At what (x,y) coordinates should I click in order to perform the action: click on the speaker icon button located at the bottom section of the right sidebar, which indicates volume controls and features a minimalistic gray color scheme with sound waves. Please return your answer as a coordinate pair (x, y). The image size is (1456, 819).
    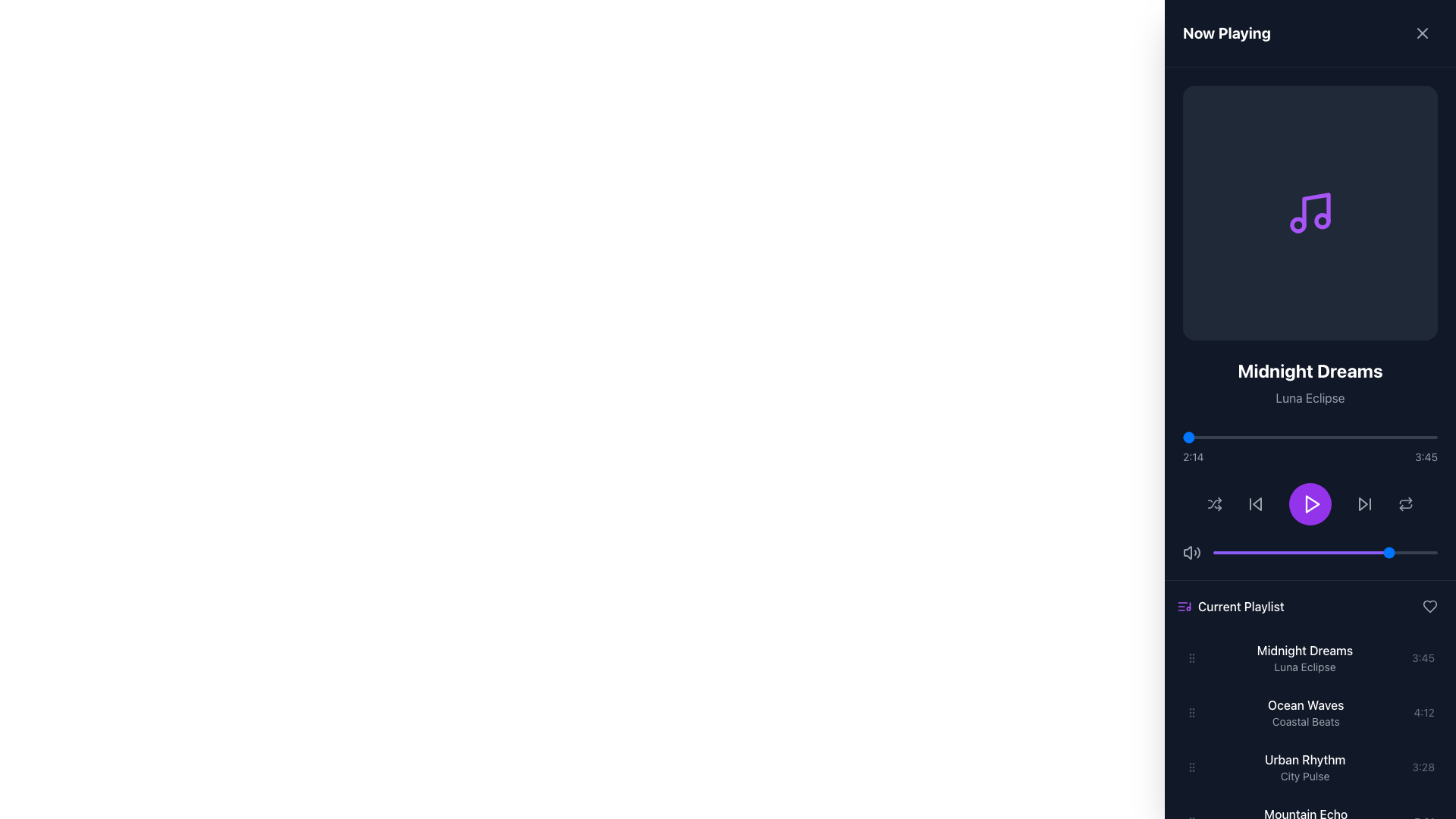
    Looking at the image, I should click on (1191, 553).